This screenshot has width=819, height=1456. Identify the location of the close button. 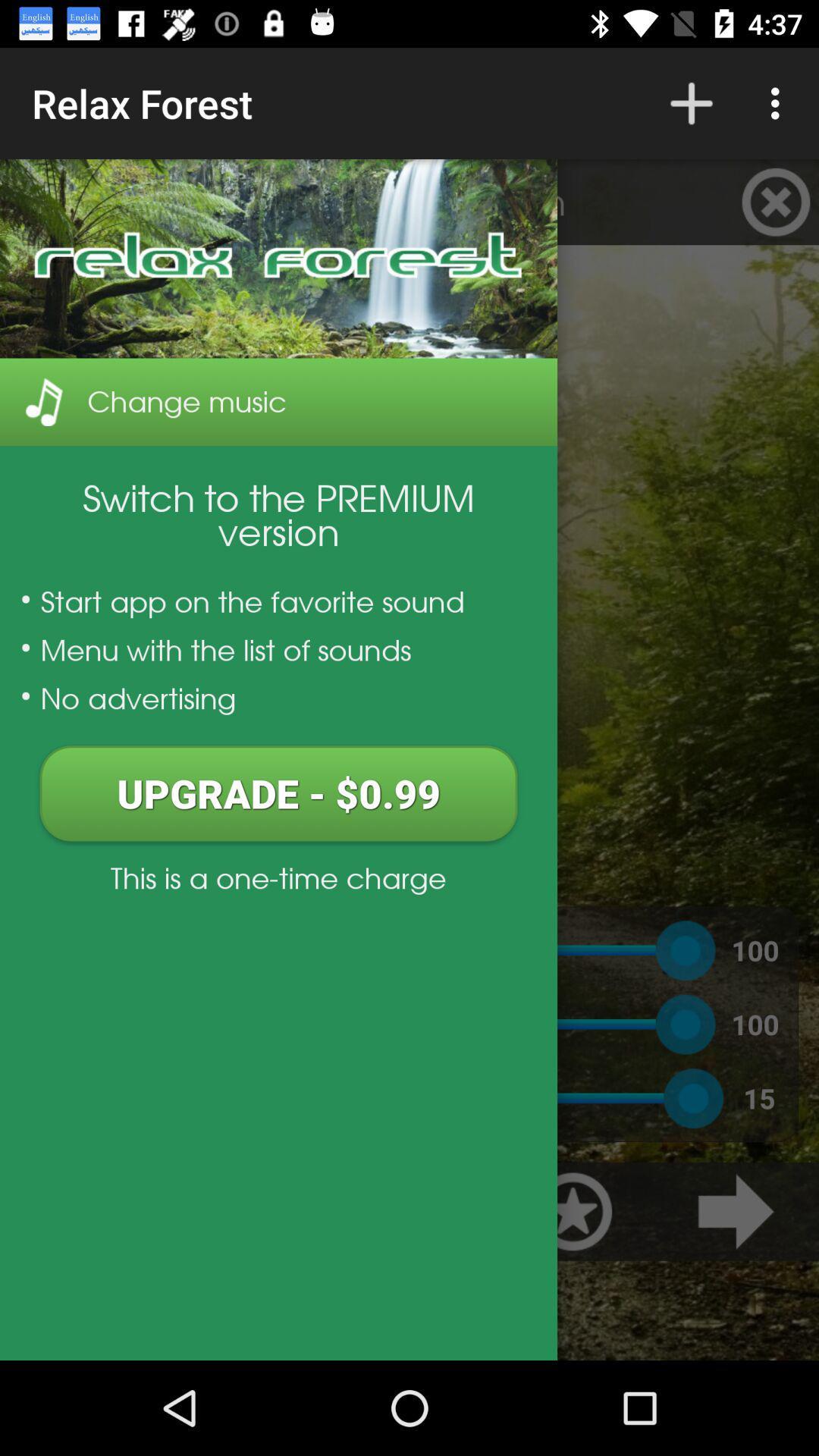
(776, 201).